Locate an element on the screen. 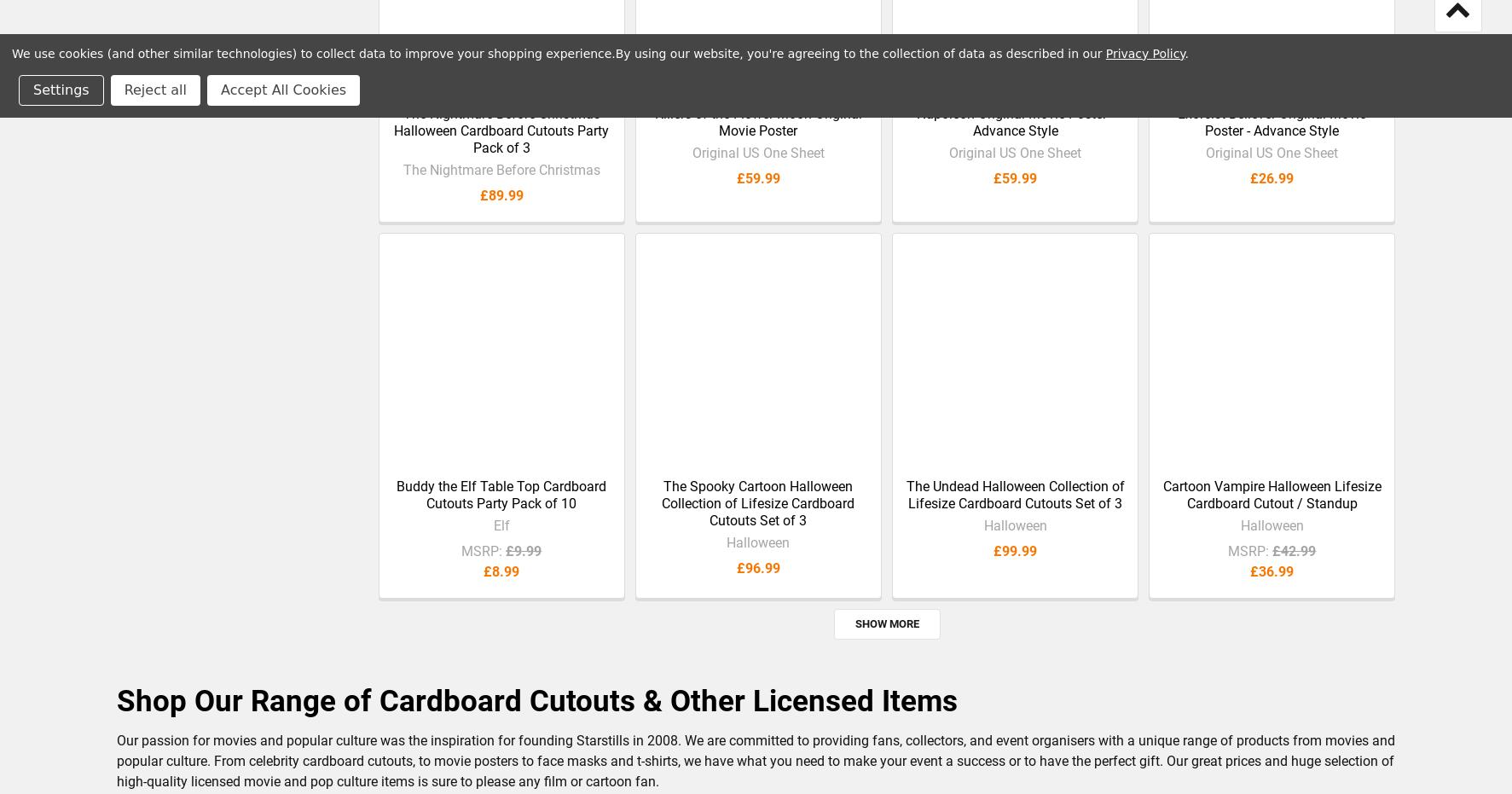 This screenshot has height=794, width=1512. 'Buddy the Elf Table Top Cardboard Cutouts Party Pack of 10' is located at coordinates (501, 507).